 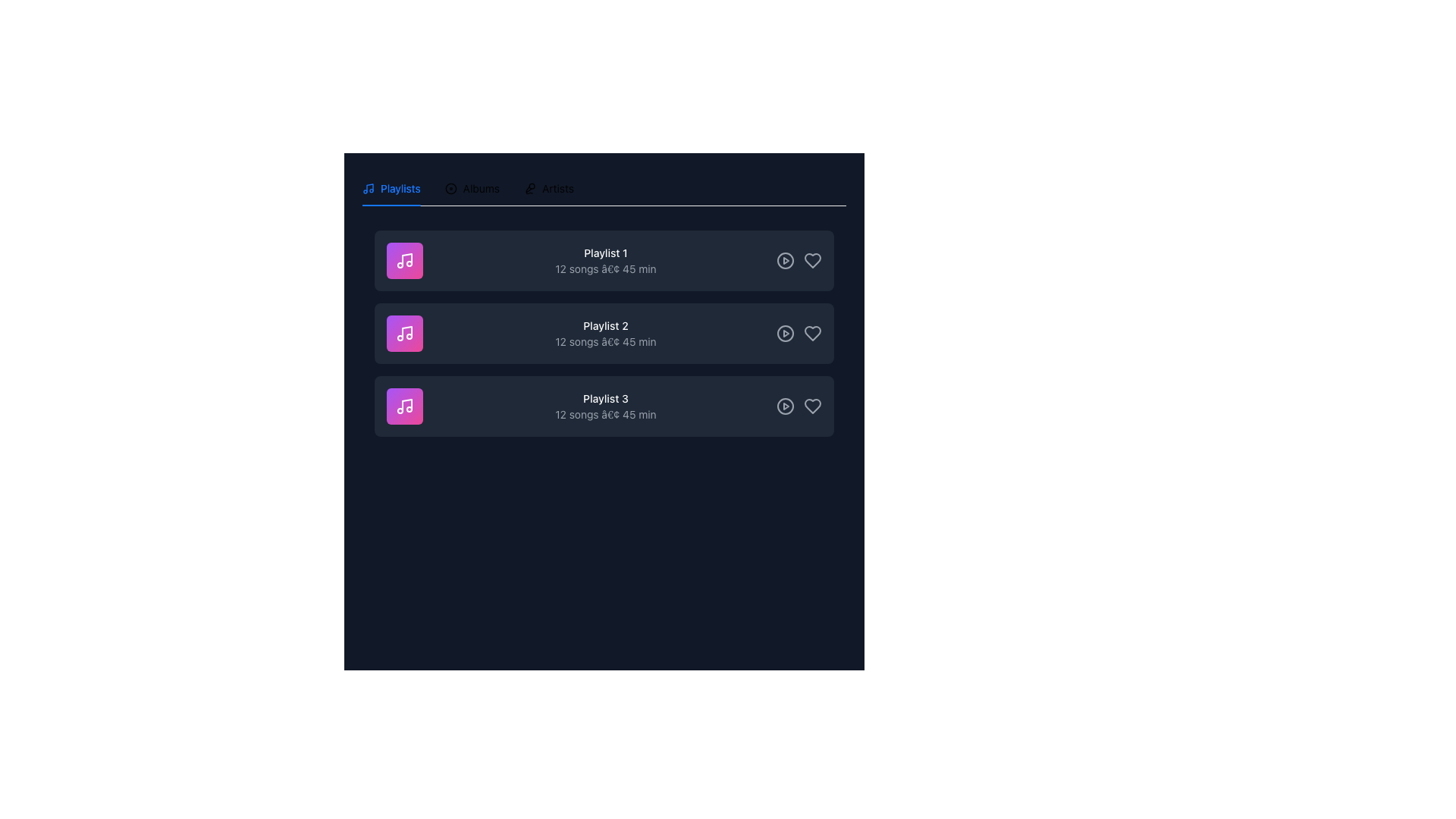 I want to click on the circular border of the second play button icon located next to the text 'Playlist 2', so click(x=786, y=332).